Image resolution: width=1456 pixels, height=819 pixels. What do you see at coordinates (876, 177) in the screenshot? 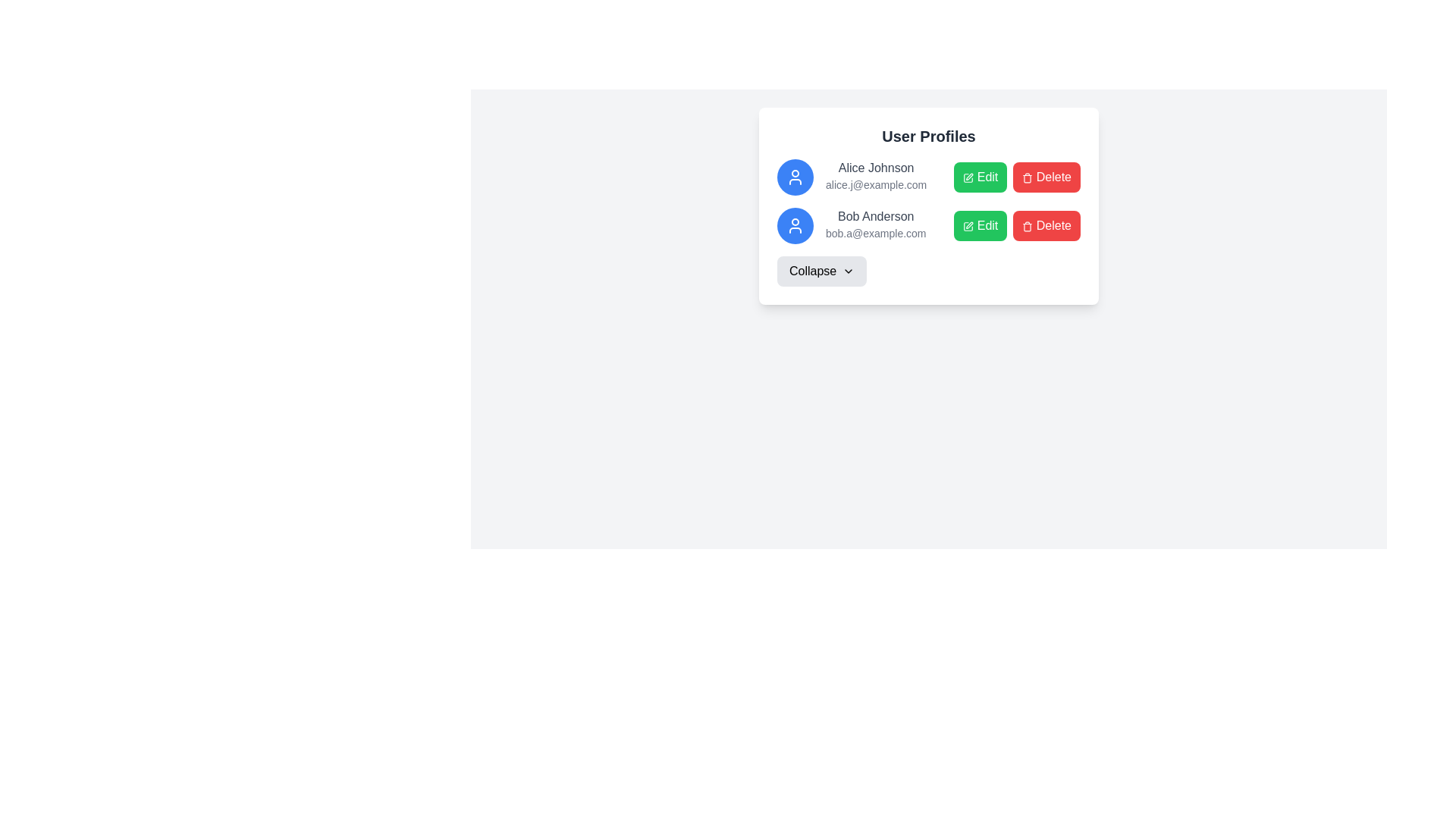
I see `the text block displaying the user's name and email address` at bounding box center [876, 177].